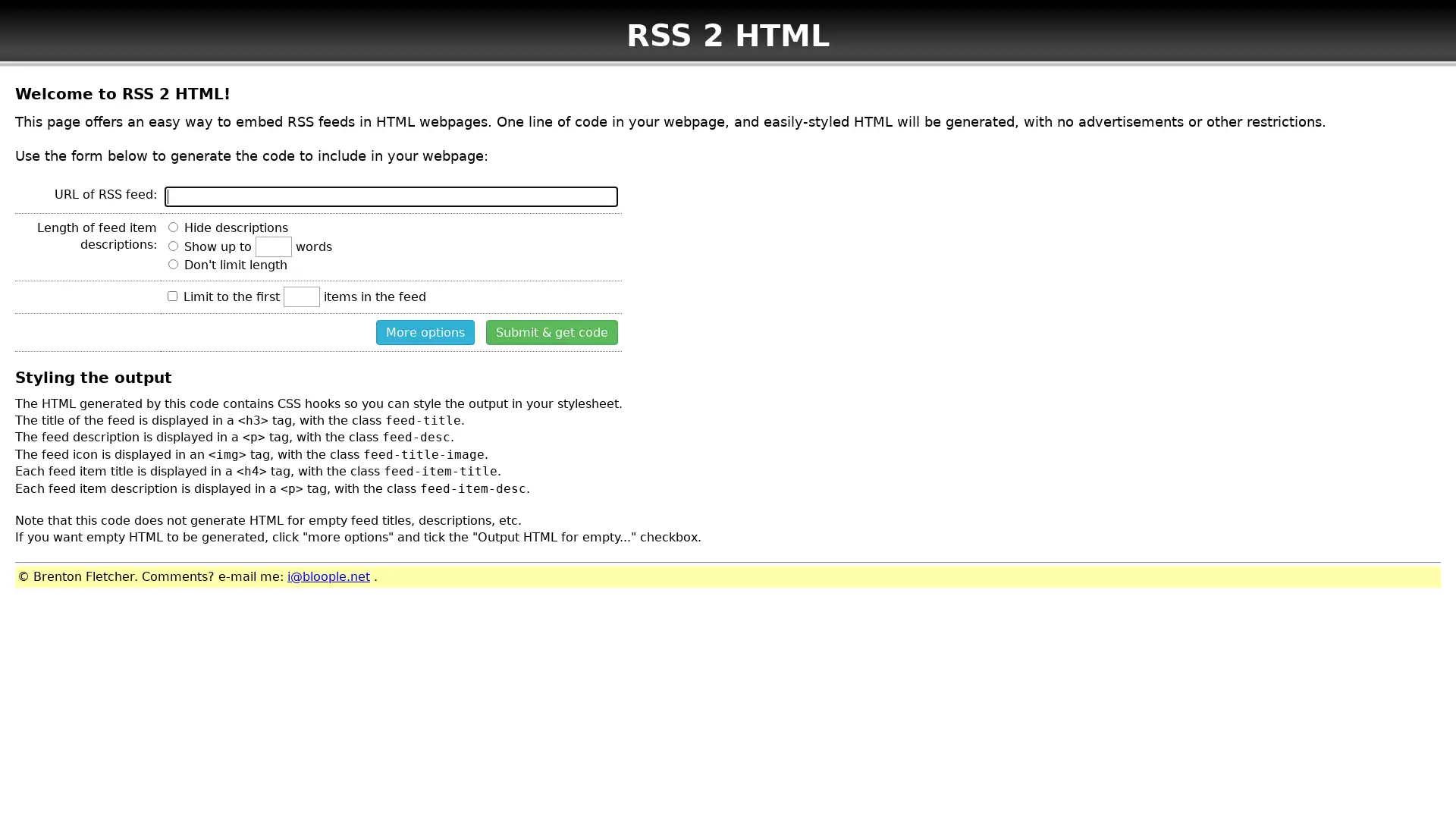 The height and width of the screenshot is (819, 1456). What do you see at coordinates (425, 331) in the screenshot?
I see `More options` at bounding box center [425, 331].